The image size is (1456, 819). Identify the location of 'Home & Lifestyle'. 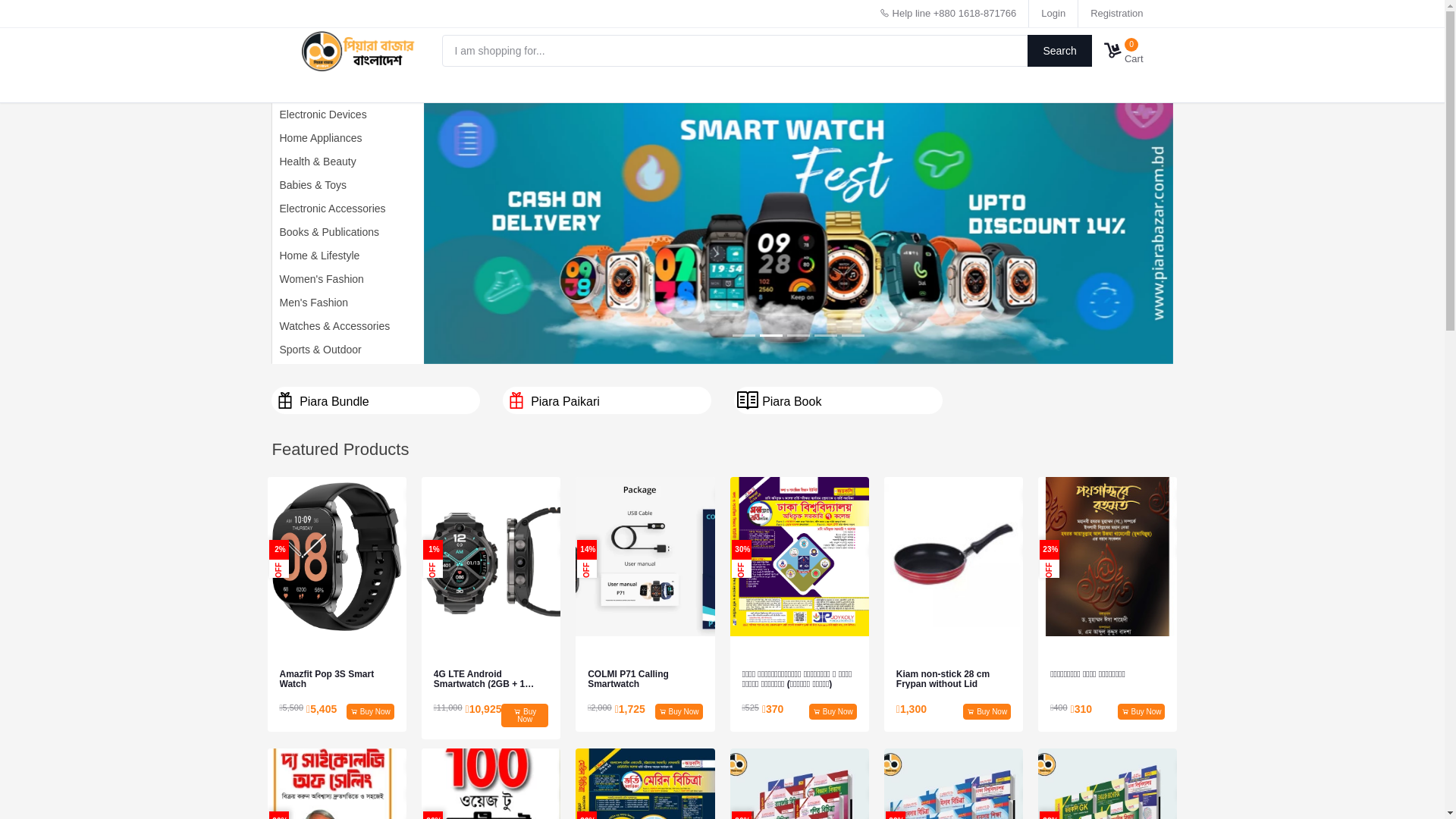
(271, 254).